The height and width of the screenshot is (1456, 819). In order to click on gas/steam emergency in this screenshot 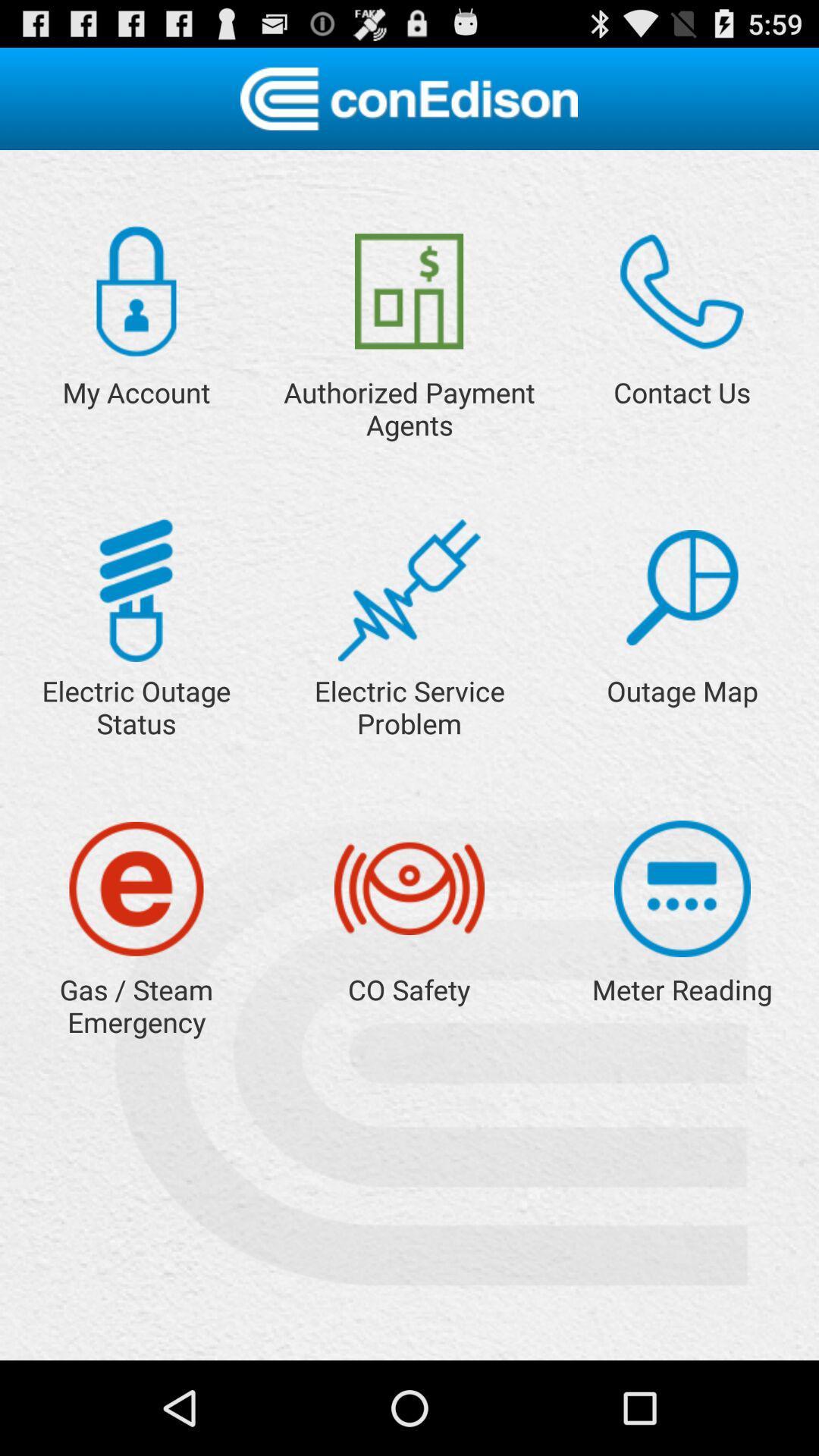, I will do `click(136, 889)`.